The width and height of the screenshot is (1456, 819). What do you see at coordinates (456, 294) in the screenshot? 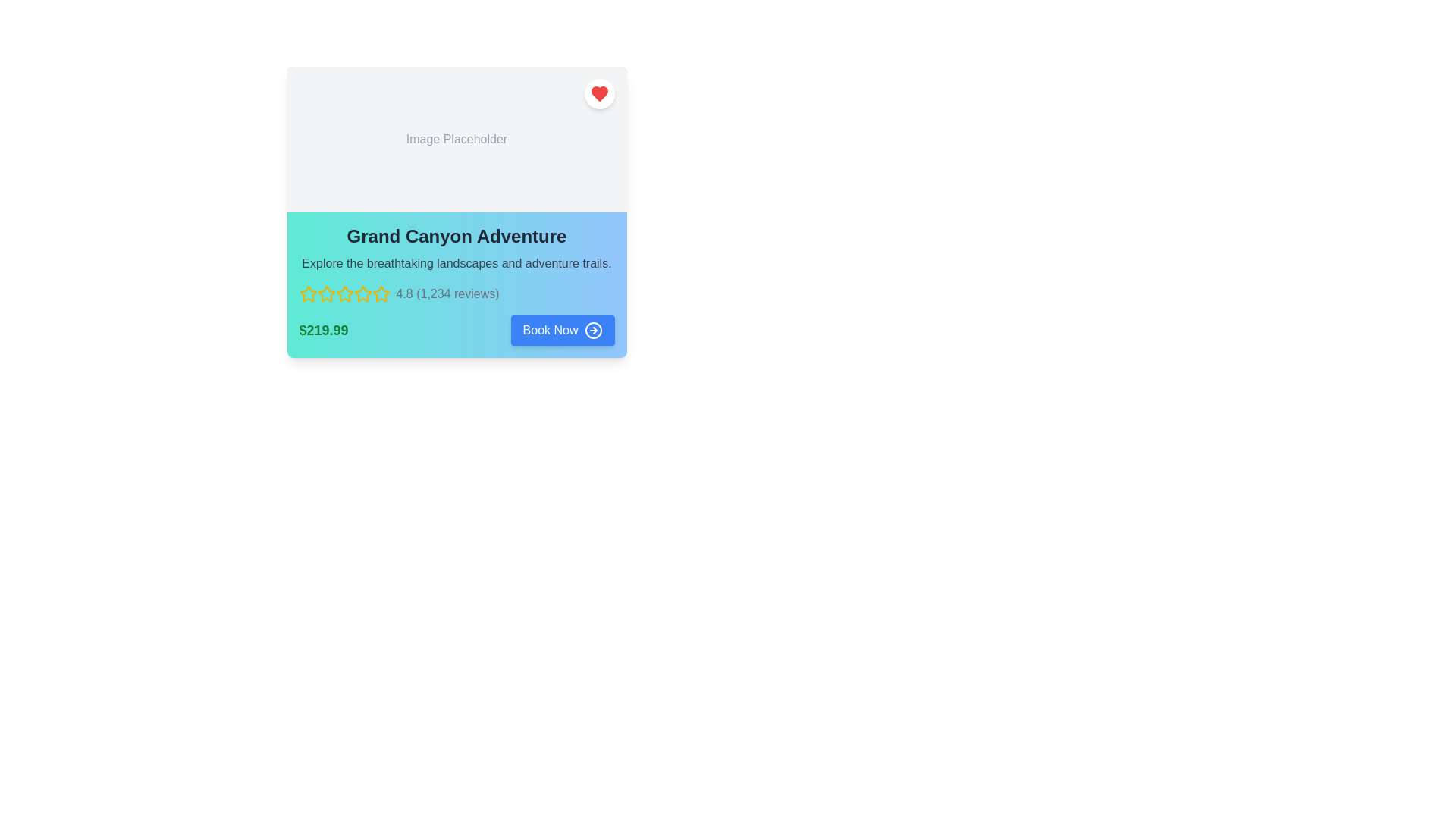
I see `rating and review data from the rating display with a 5-star system below the title 'Grand Canyon Adventure'` at bounding box center [456, 294].